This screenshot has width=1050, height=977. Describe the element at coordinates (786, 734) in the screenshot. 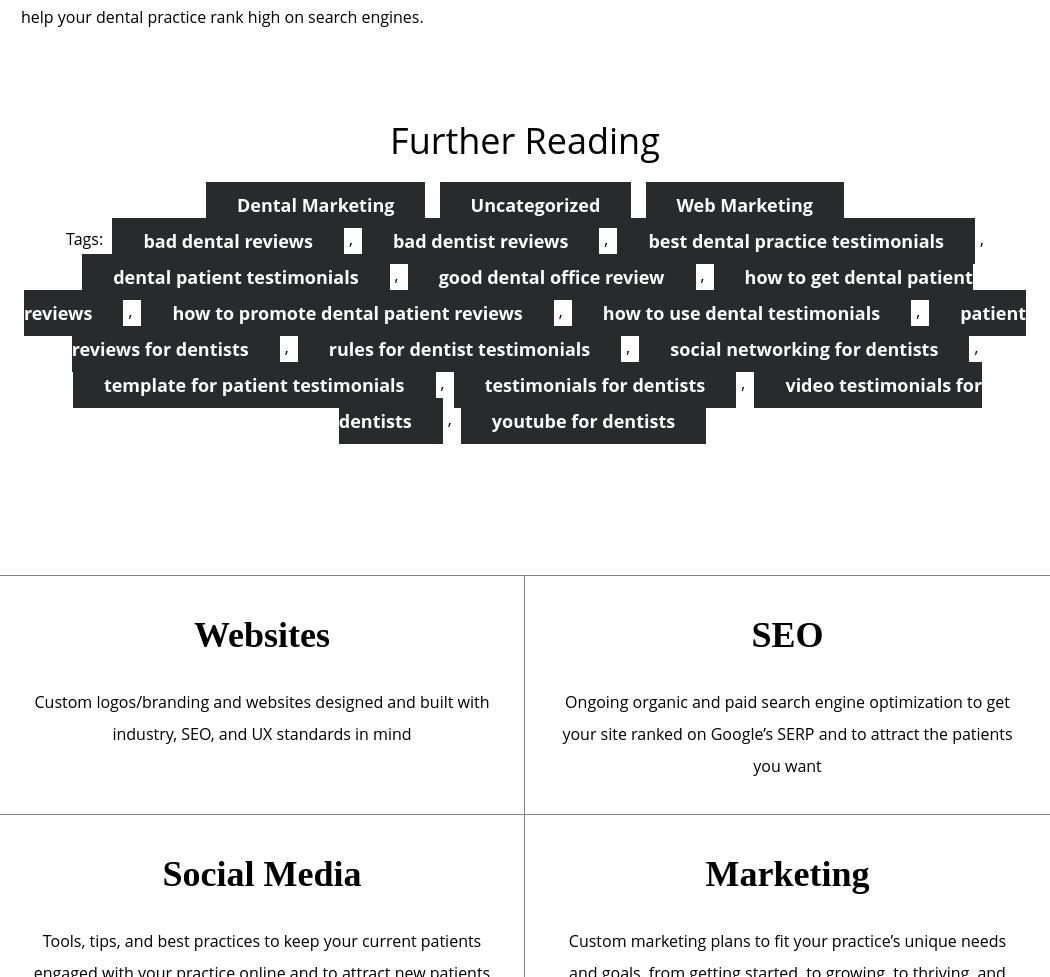

I see `'Ongoing organic and paid search engine optimization to get your site ranked on Google’s SERP and to attract the patients you want'` at that location.